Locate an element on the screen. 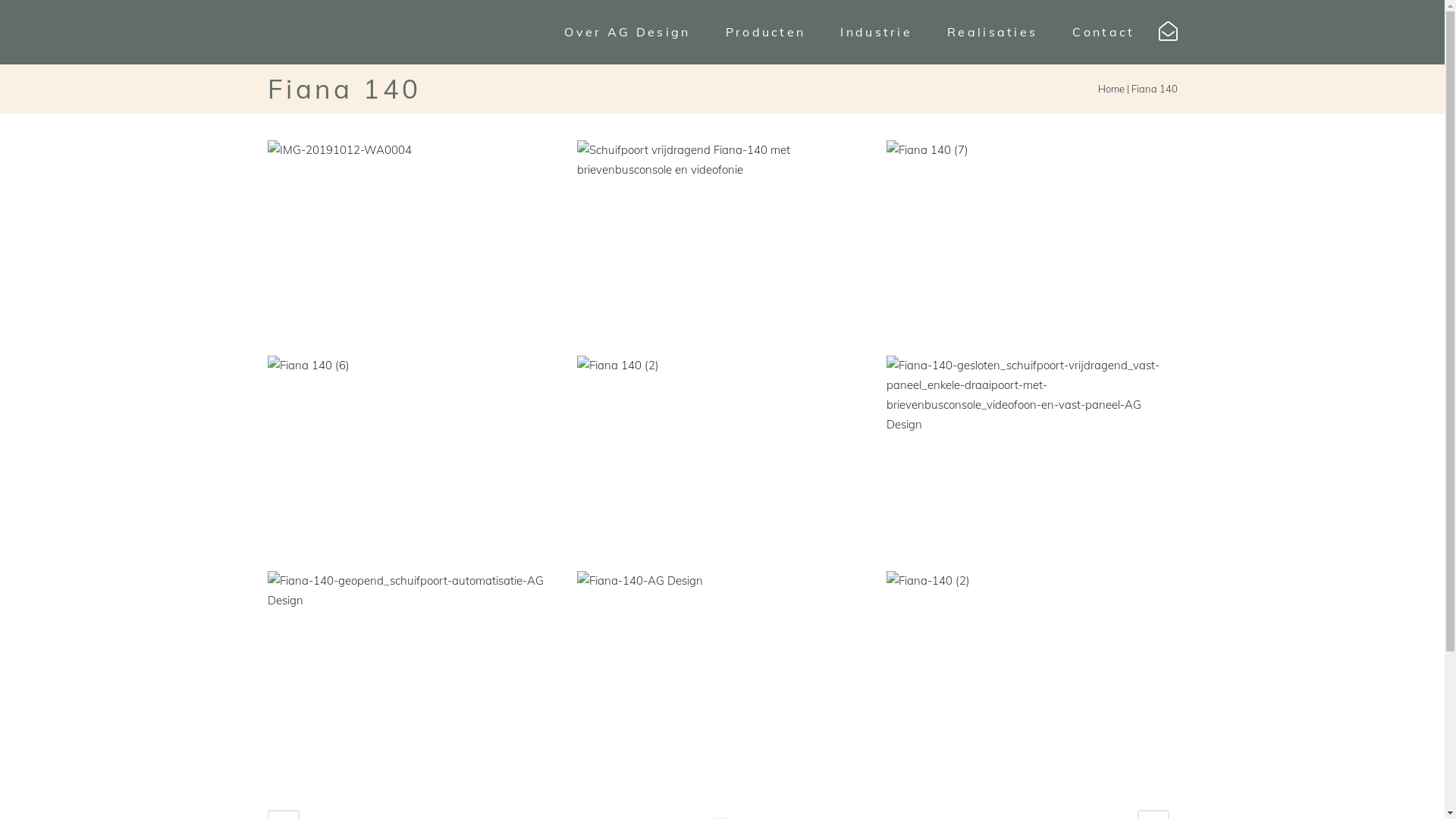 The height and width of the screenshot is (819, 1456). 'Industrie' is located at coordinates (876, 32).